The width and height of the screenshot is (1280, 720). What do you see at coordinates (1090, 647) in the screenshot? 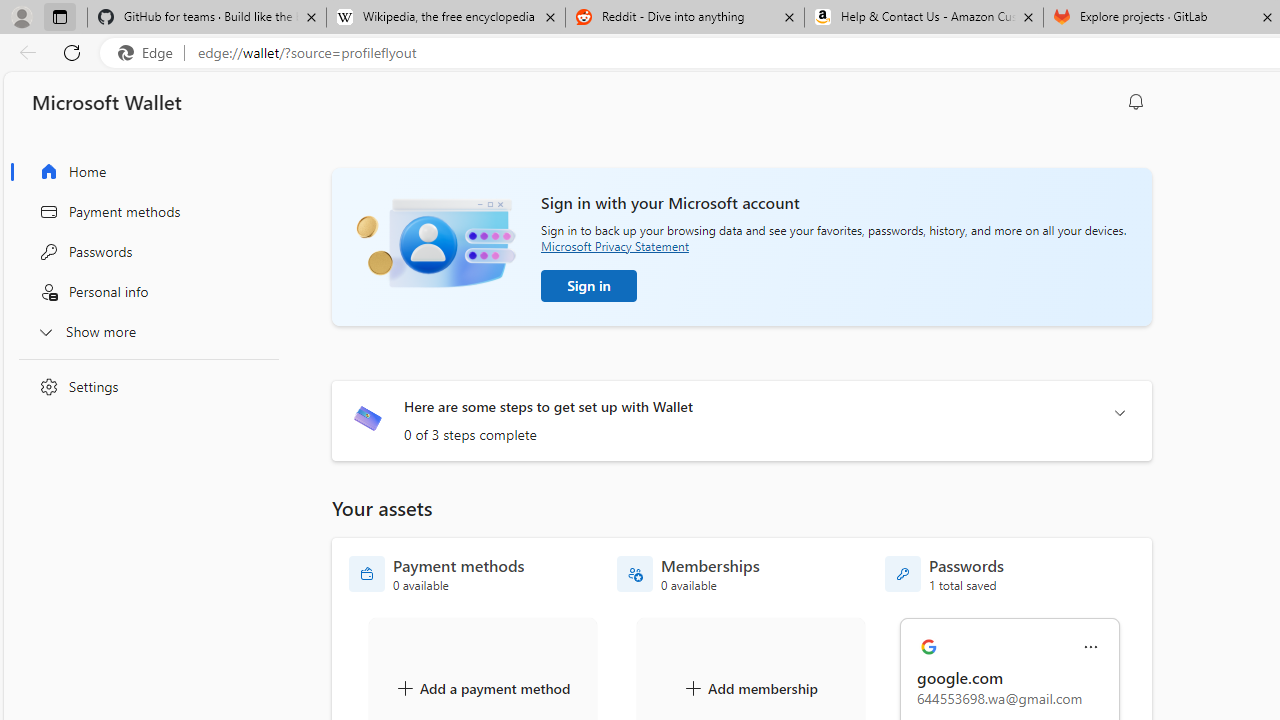
I see `'More actions'` at bounding box center [1090, 647].